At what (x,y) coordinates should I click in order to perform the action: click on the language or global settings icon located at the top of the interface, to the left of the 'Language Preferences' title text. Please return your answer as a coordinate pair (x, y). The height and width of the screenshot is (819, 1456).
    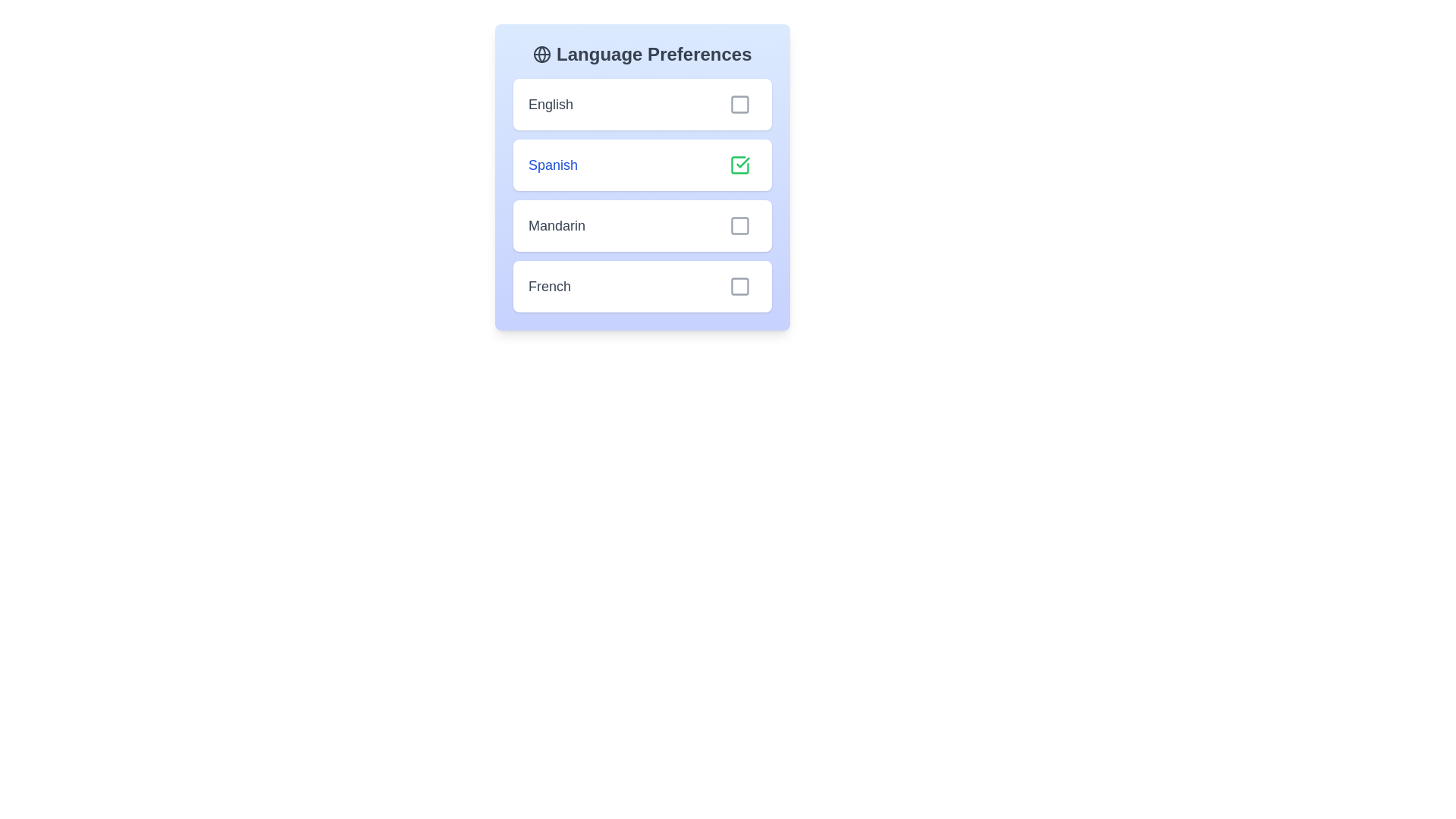
    Looking at the image, I should click on (542, 53).